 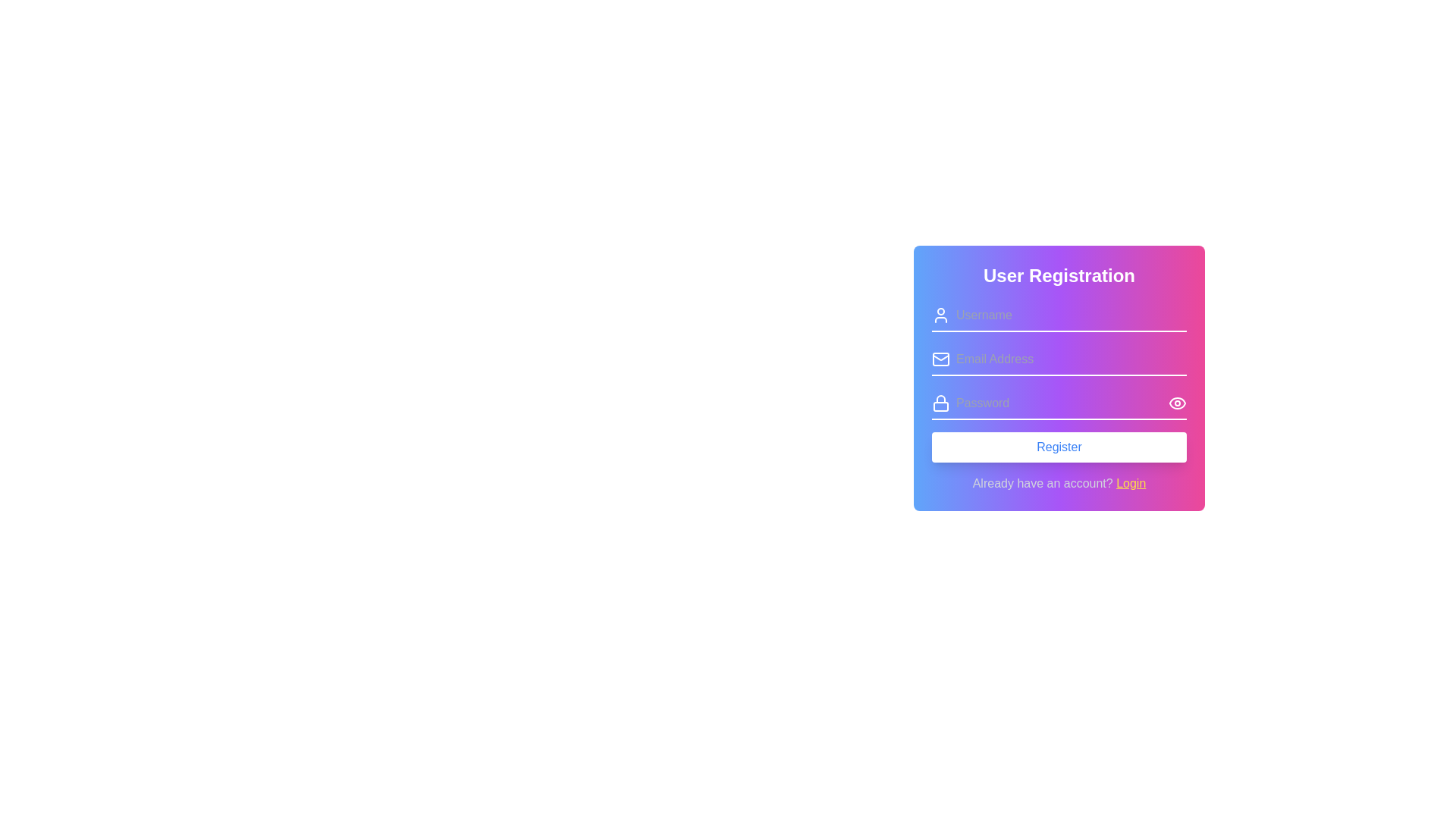 What do you see at coordinates (1058, 447) in the screenshot?
I see `the 'Register' button which is a rectangular button with a white background and blue text, located at the bottom of the form layout` at bounding box center [1058, 447].